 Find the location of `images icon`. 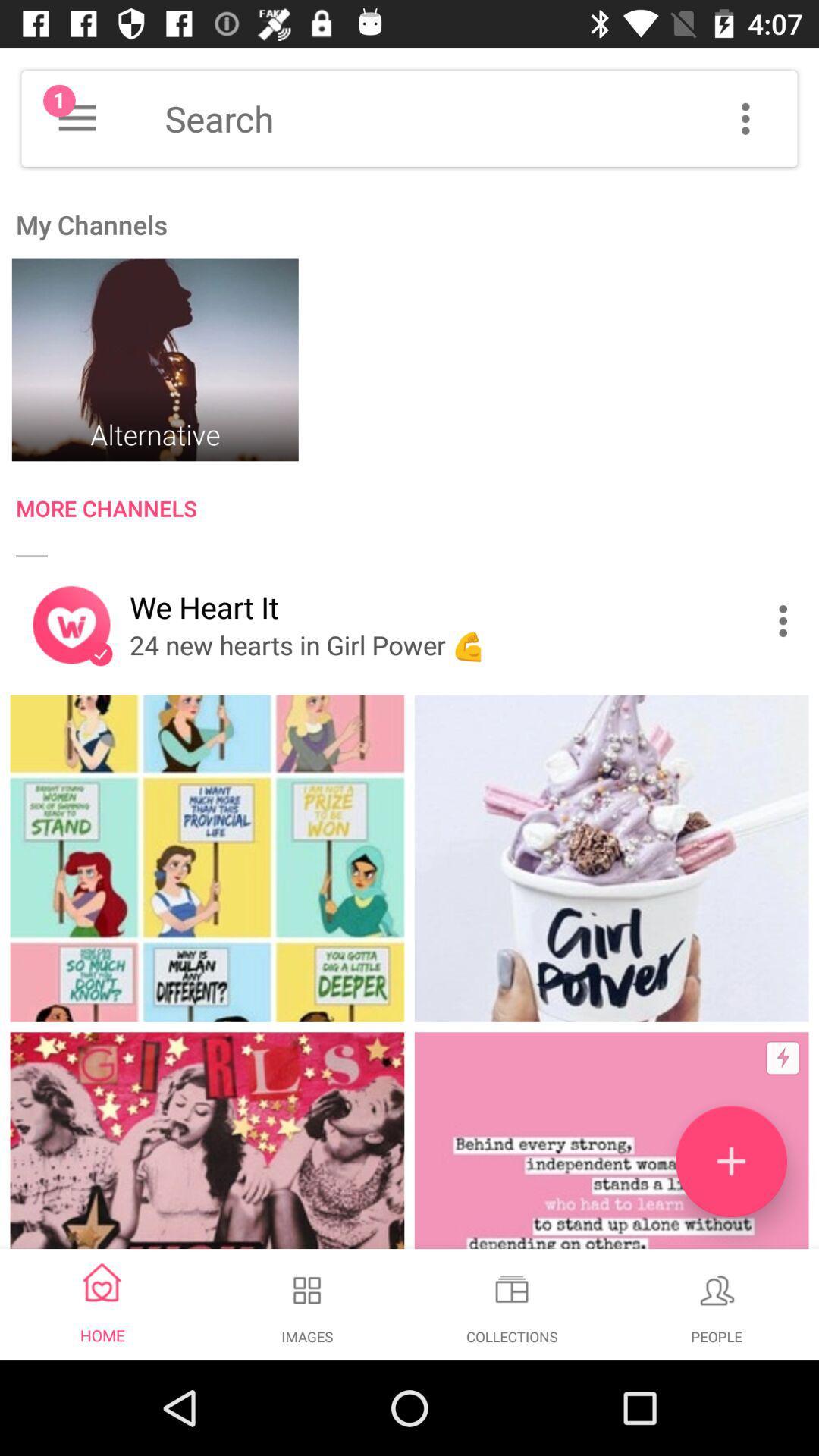

images icon is located at coordinates (307, 1289).